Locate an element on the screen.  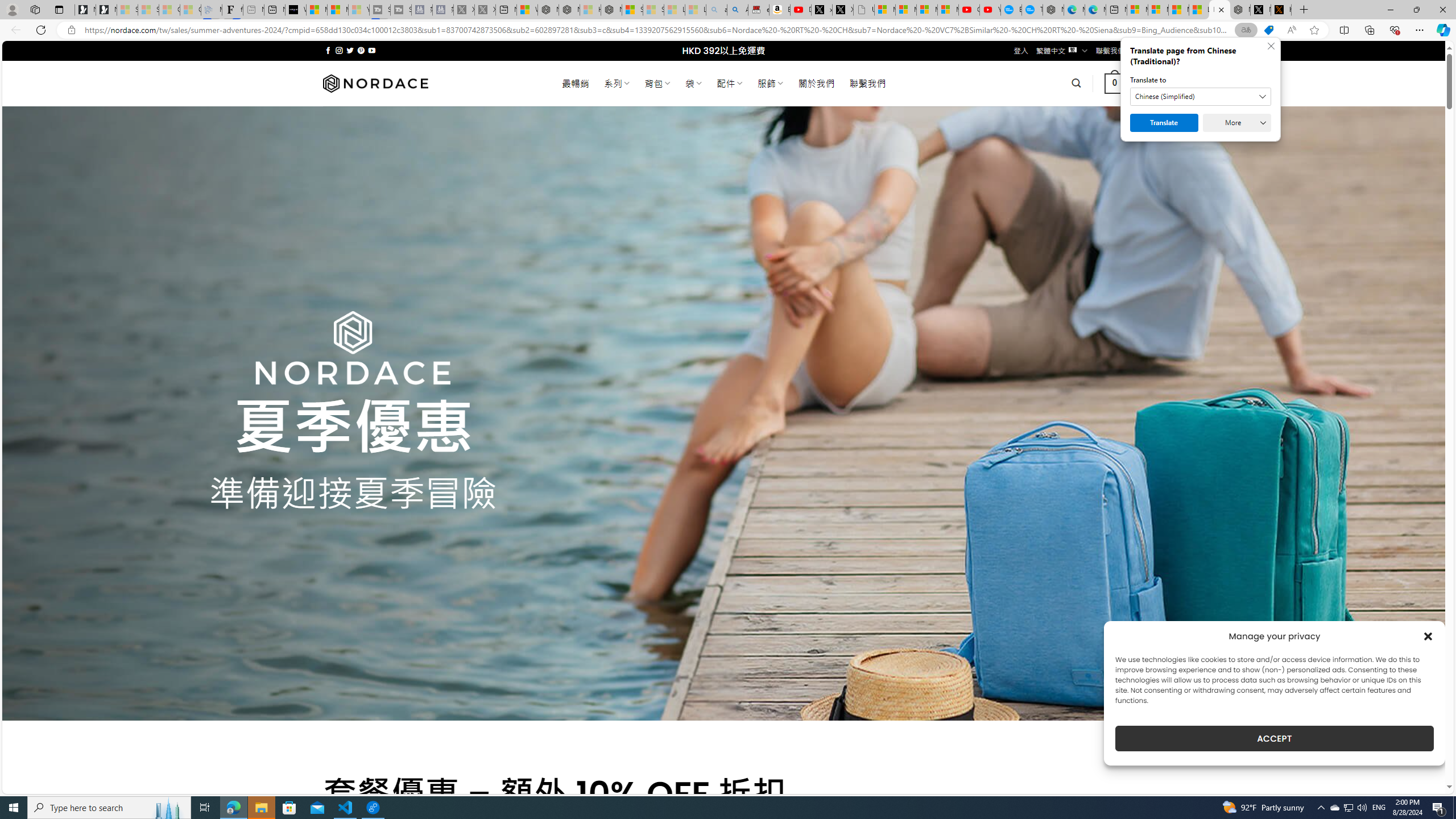
'Newsletter Sign Up' is located at coordinates (106, 9).